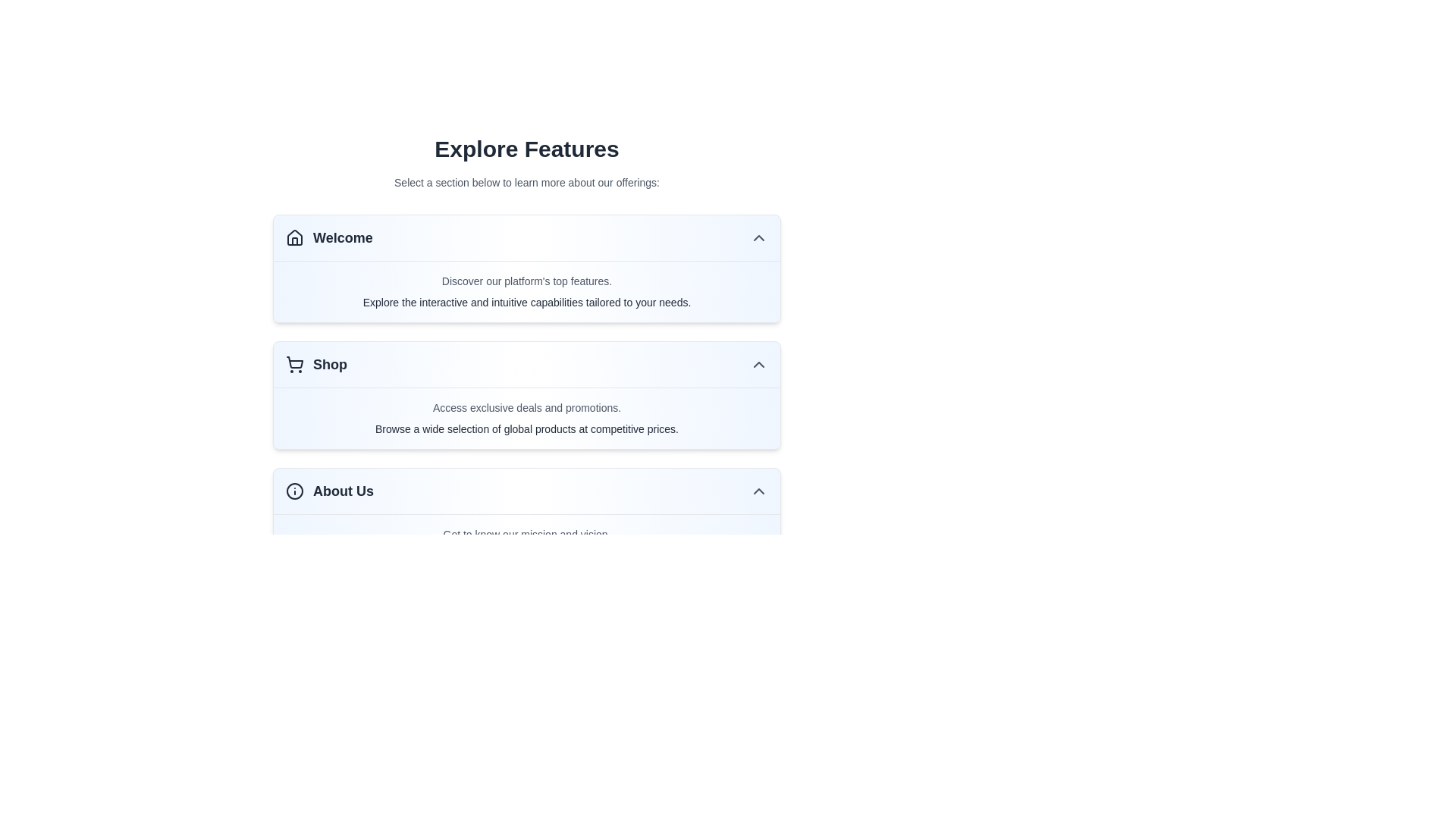  I want to click on the 'Shop' icon, which serves as a visual indicator for the shopping section, located under the 'Explore Features' heading, so click(294, 365).